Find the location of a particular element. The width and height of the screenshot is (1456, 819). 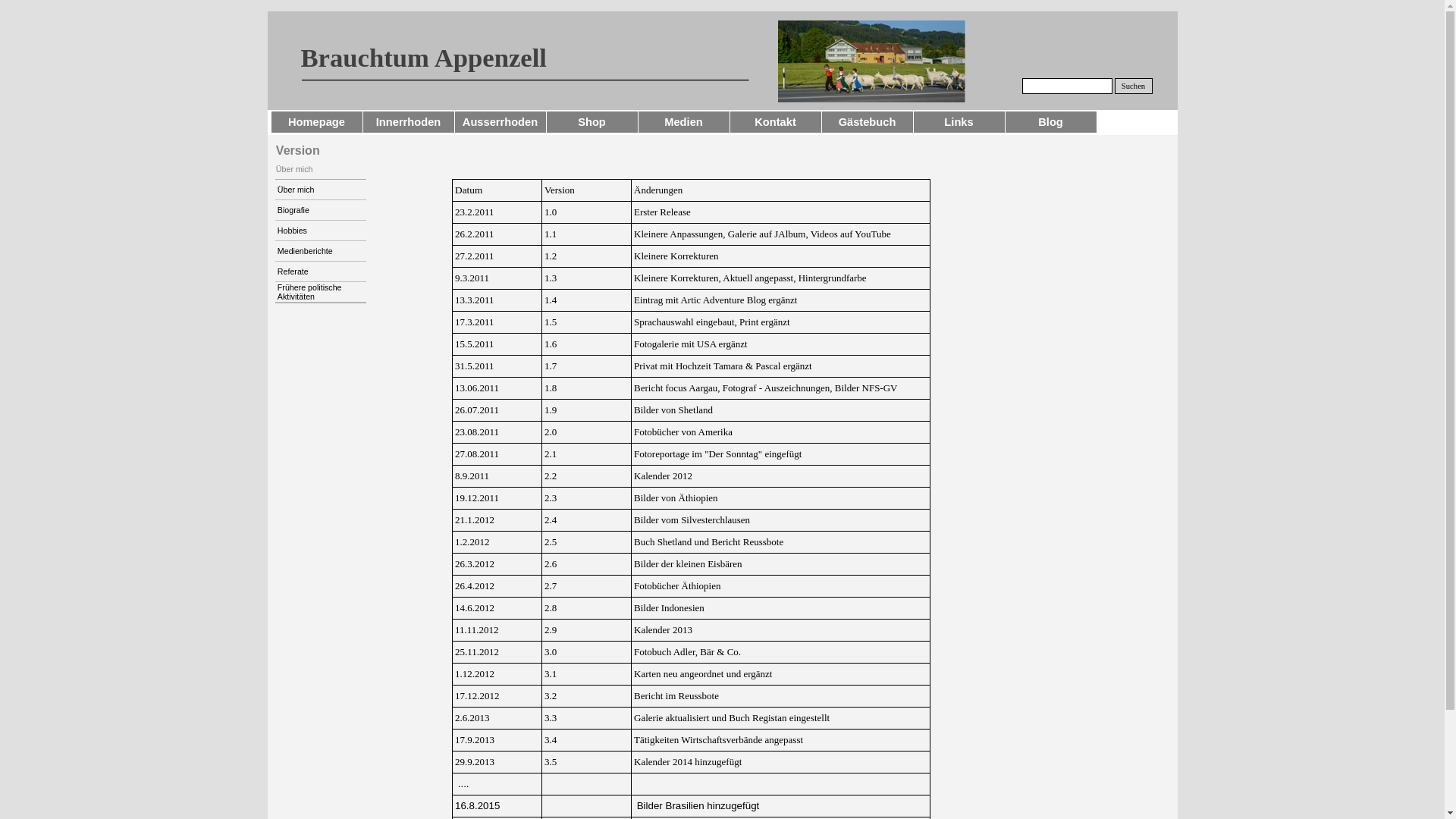

'Ausserrhoden' is located at coordinates (500, 121).